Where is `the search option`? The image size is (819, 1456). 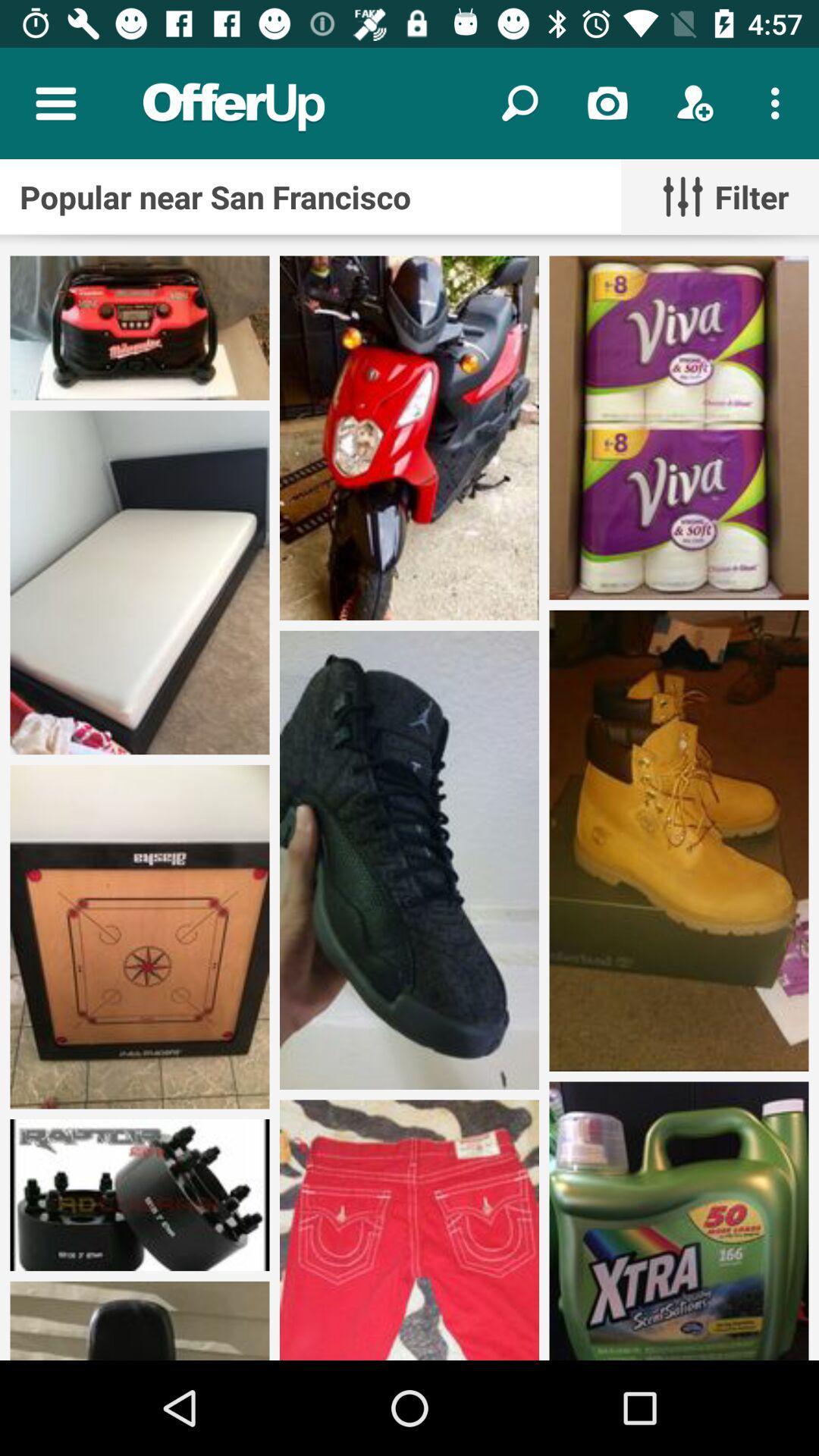 the search option is located at coordinates (519, 103).